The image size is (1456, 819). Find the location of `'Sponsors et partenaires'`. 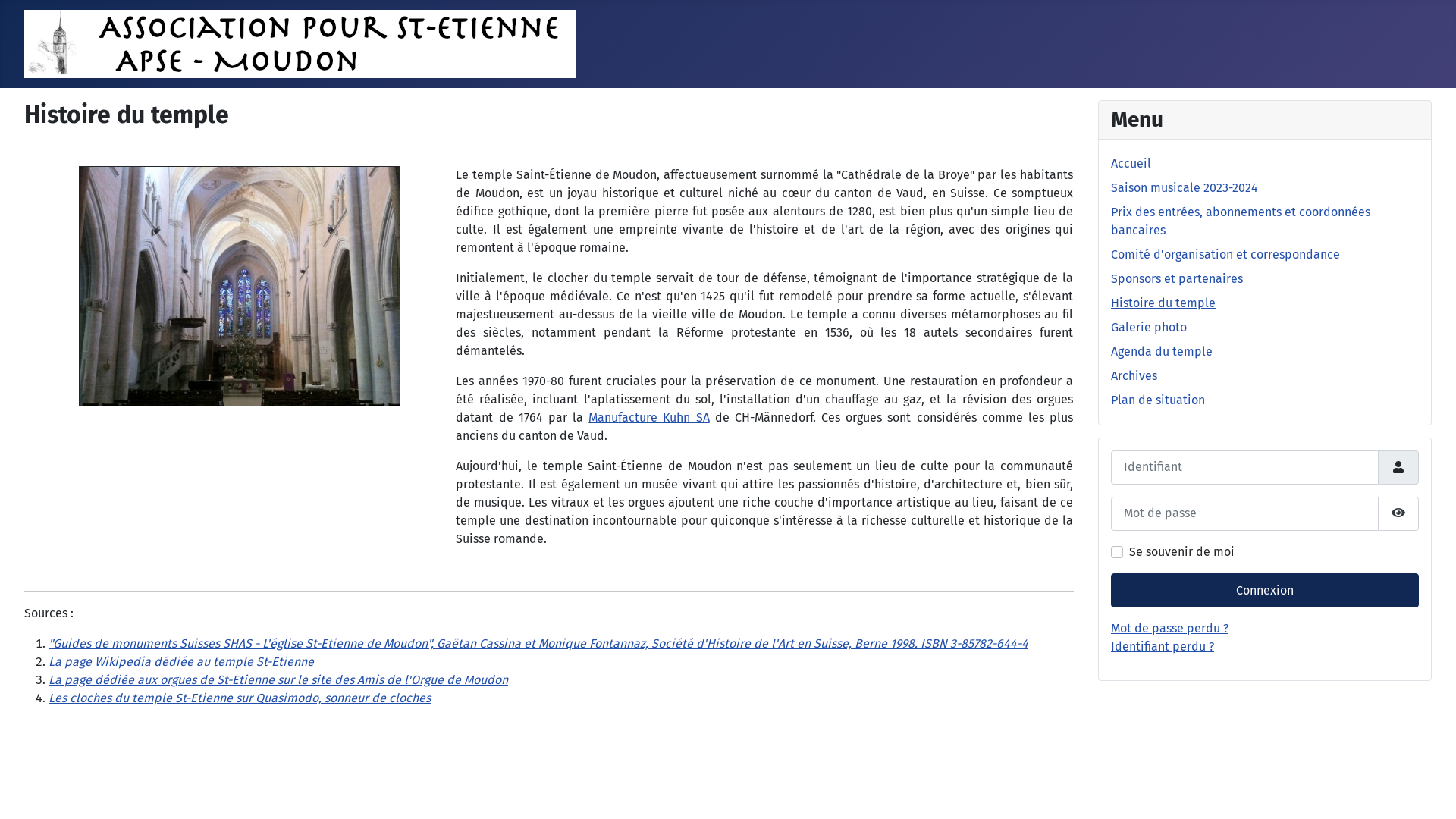

'Sponsors et partenaires' is located at coordinates (1175, 278).